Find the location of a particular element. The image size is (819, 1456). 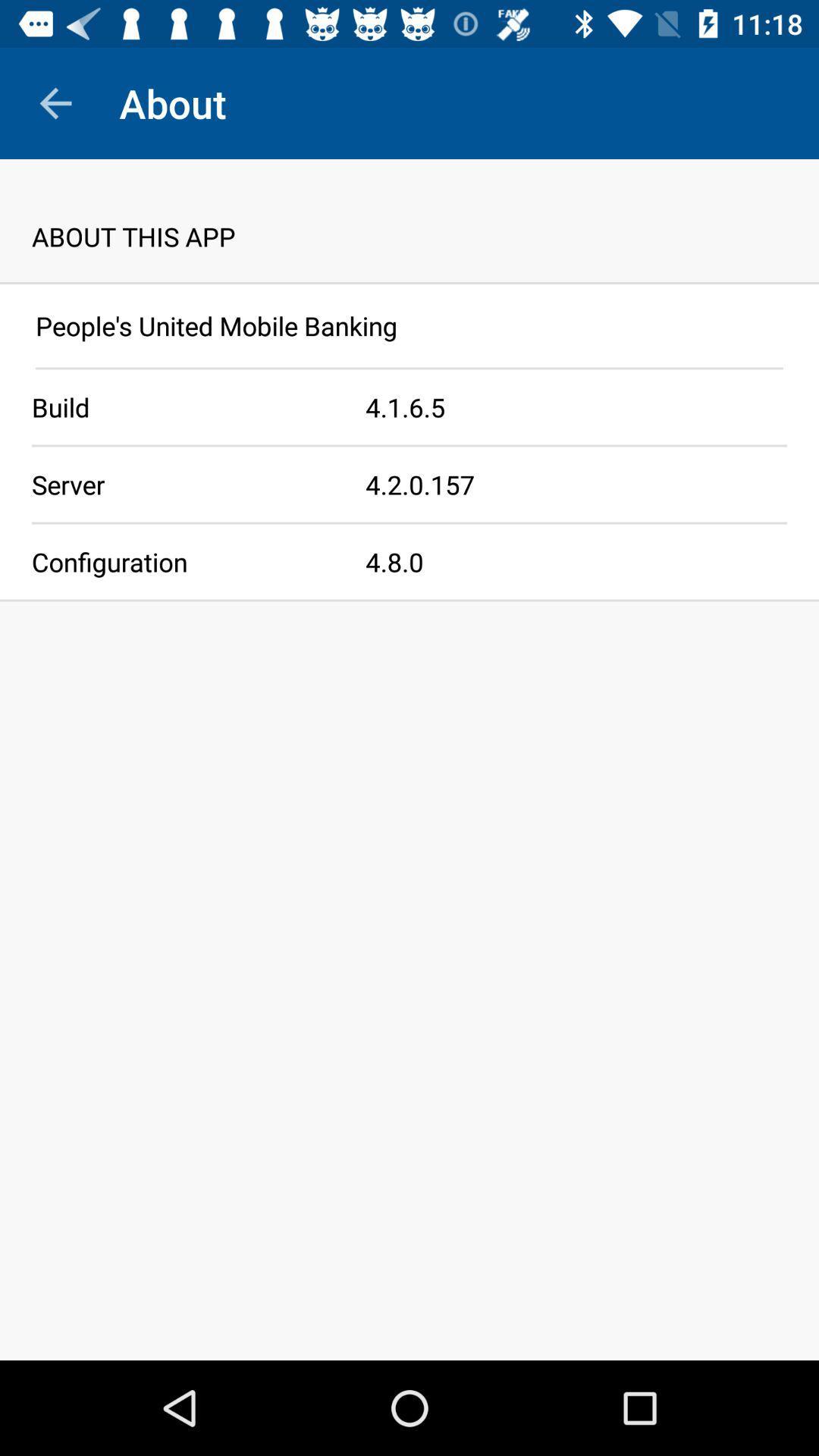

the about this app is located at coordinates (409, 220).